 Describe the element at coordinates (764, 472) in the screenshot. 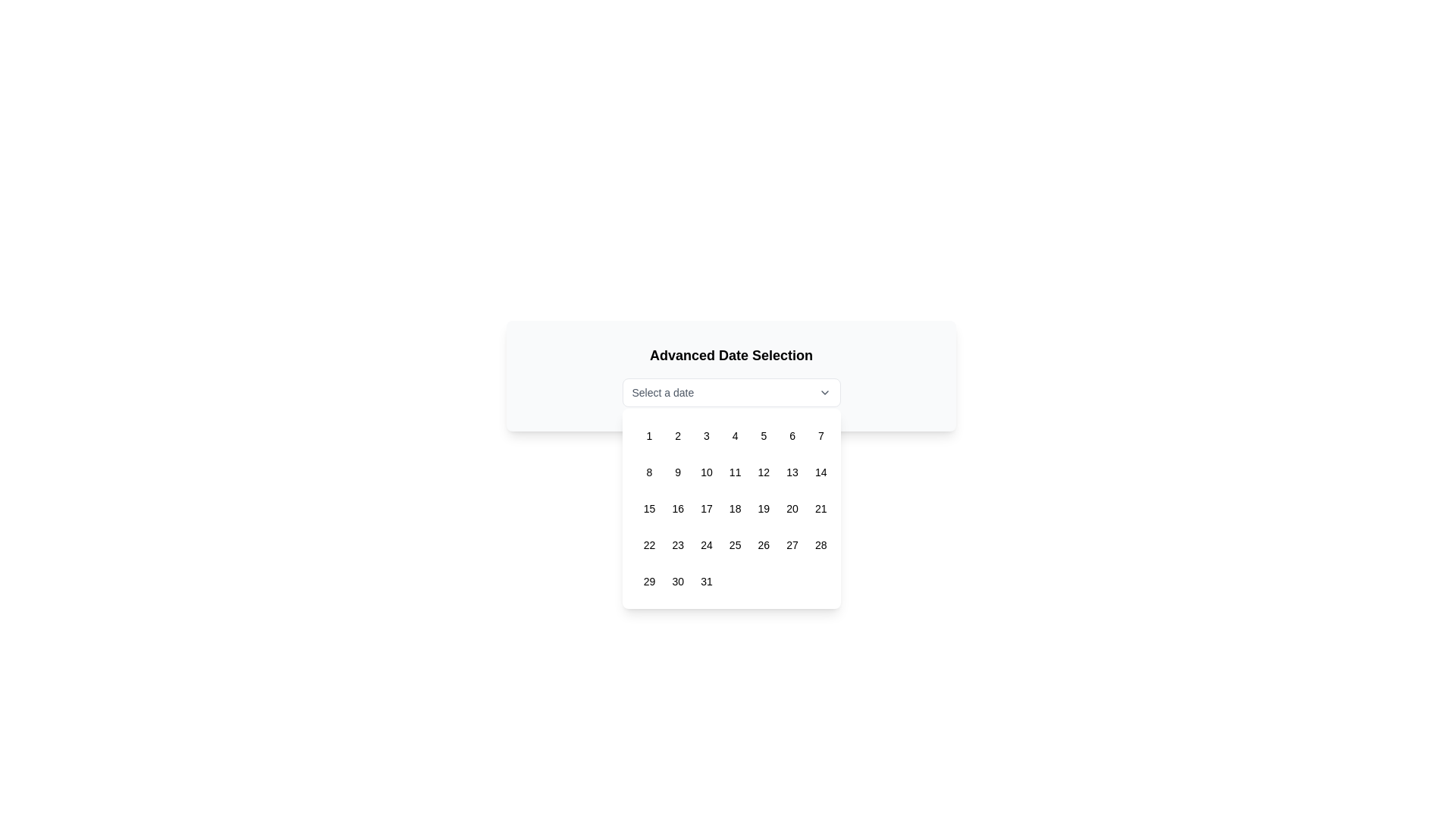

I see `the button representing the date '12' in the calendar` at that location.